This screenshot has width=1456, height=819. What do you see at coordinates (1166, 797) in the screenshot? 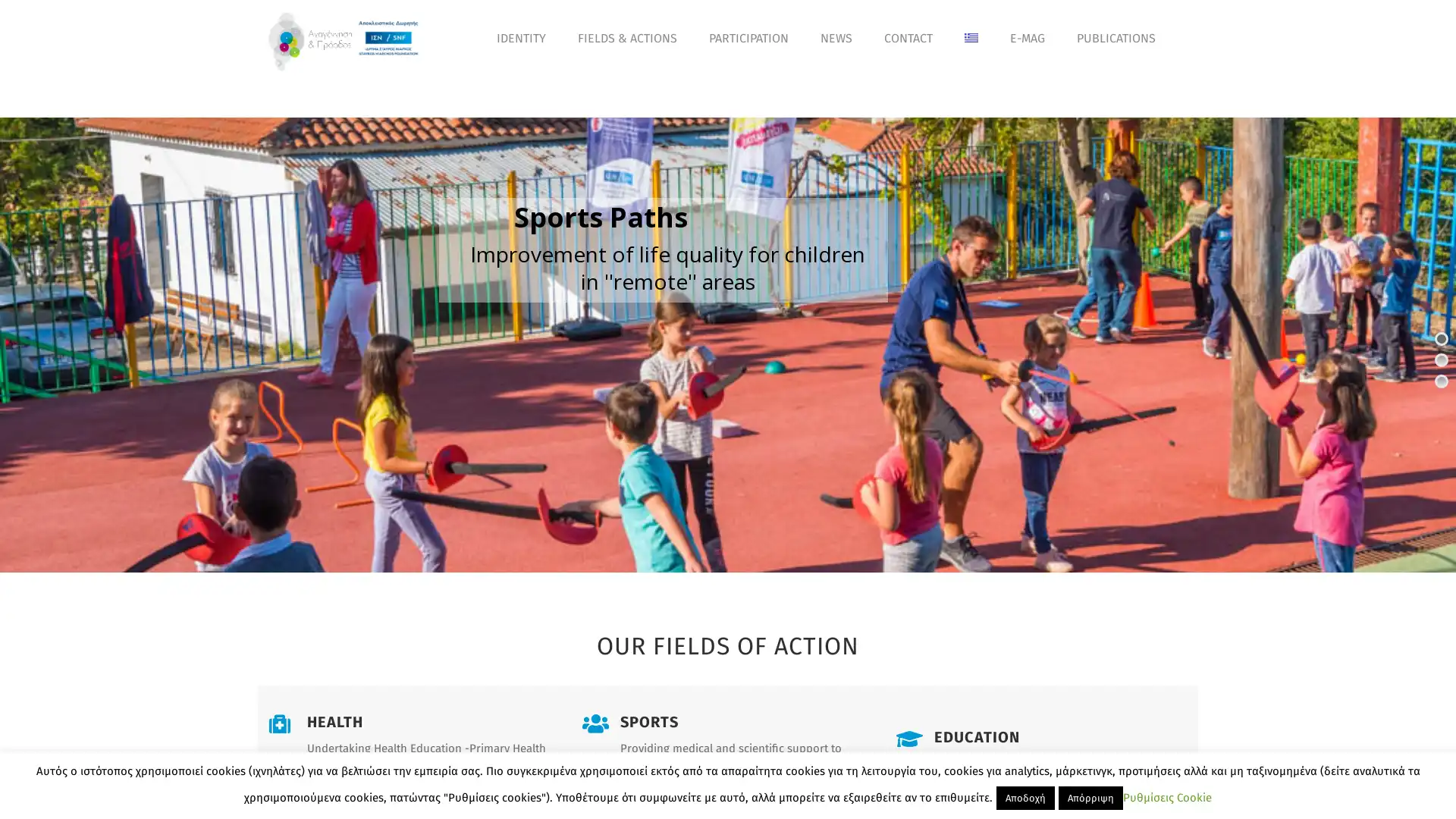
I see `Cookie` at bounding box center [1166, 797].